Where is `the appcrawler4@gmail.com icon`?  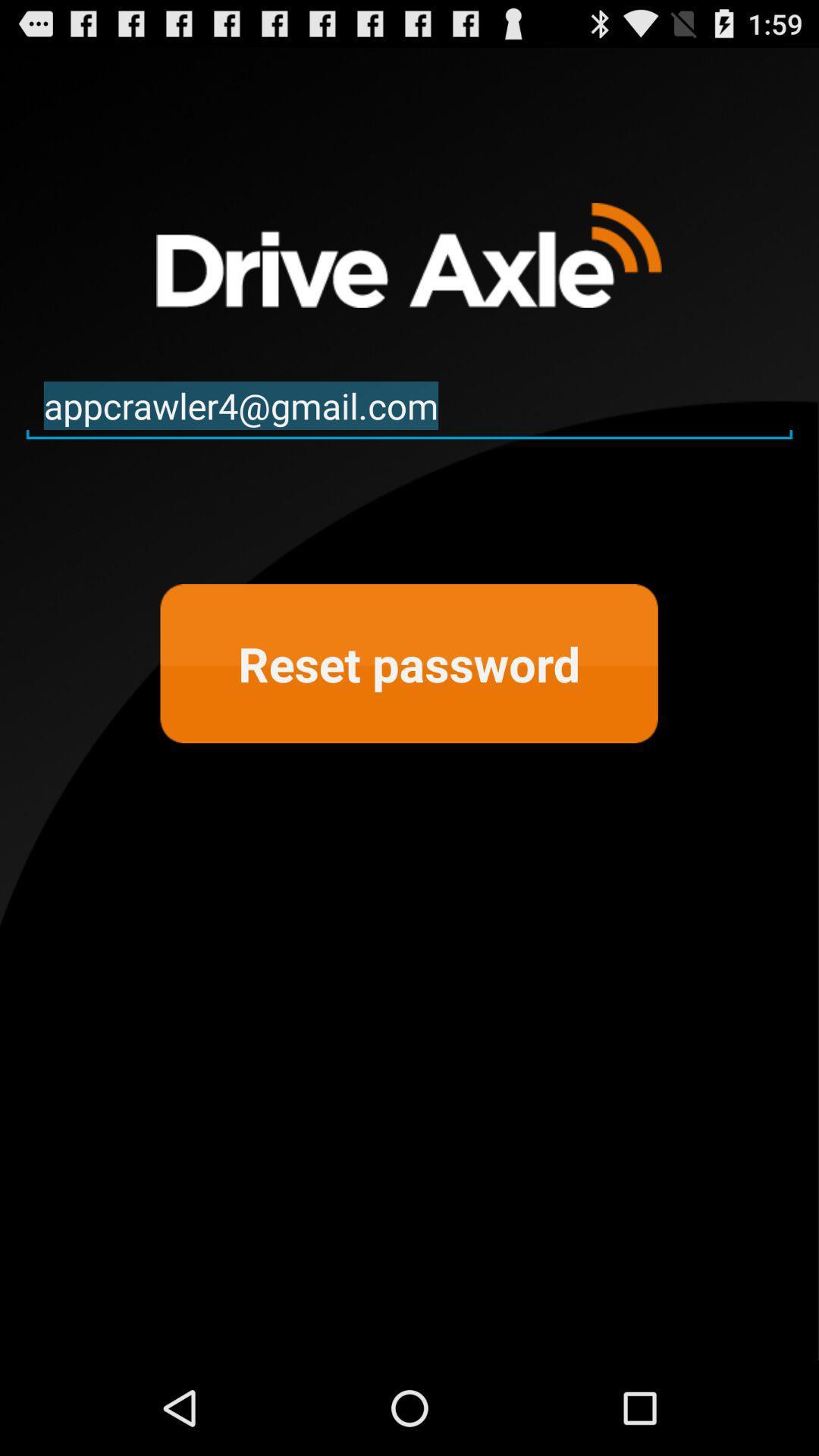 the appcrawler4@gmail.com icon is located at coordinates (409, 406).